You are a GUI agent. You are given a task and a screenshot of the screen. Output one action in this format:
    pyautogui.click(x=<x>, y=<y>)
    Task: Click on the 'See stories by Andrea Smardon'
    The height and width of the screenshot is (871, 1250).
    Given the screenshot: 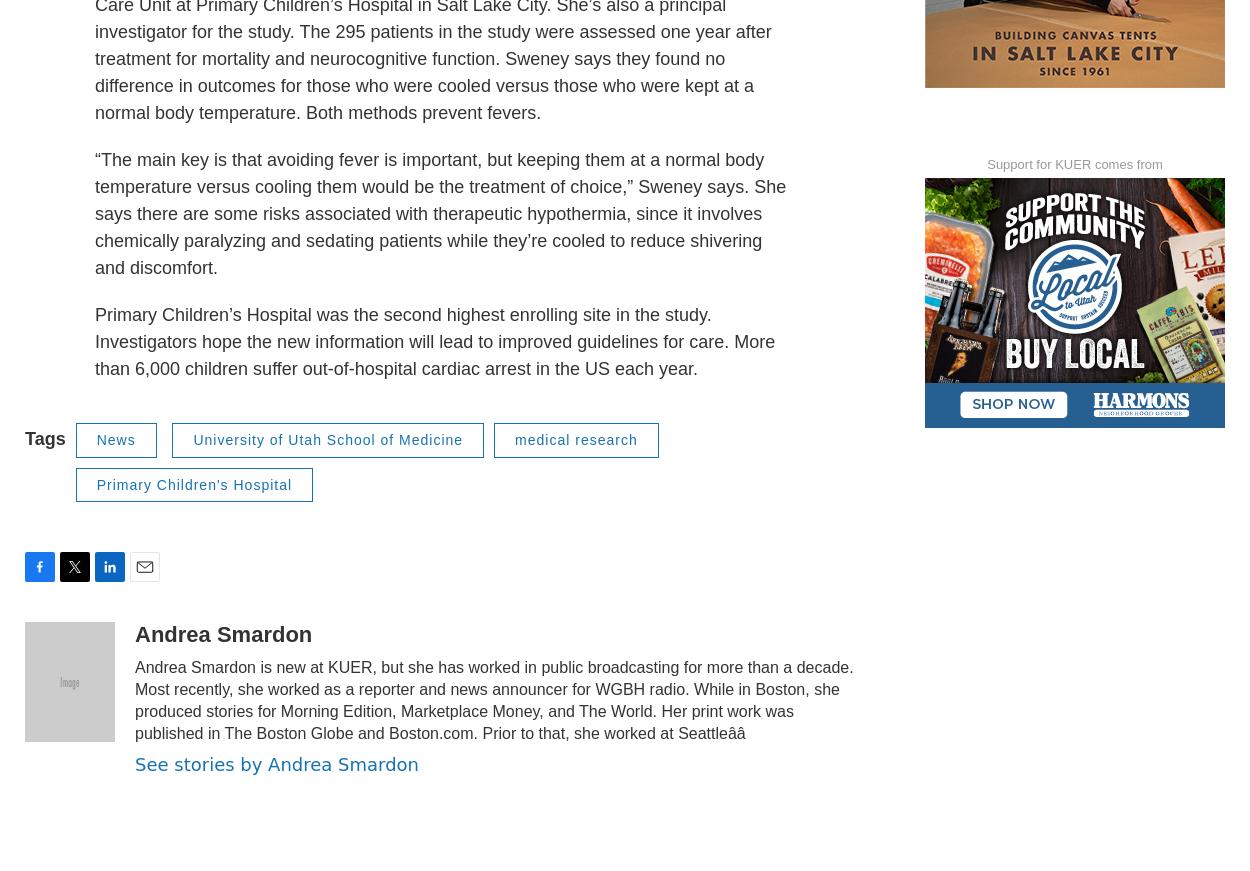 What is the action you would take?
    pyautogui.click(x=277, y=807)
    